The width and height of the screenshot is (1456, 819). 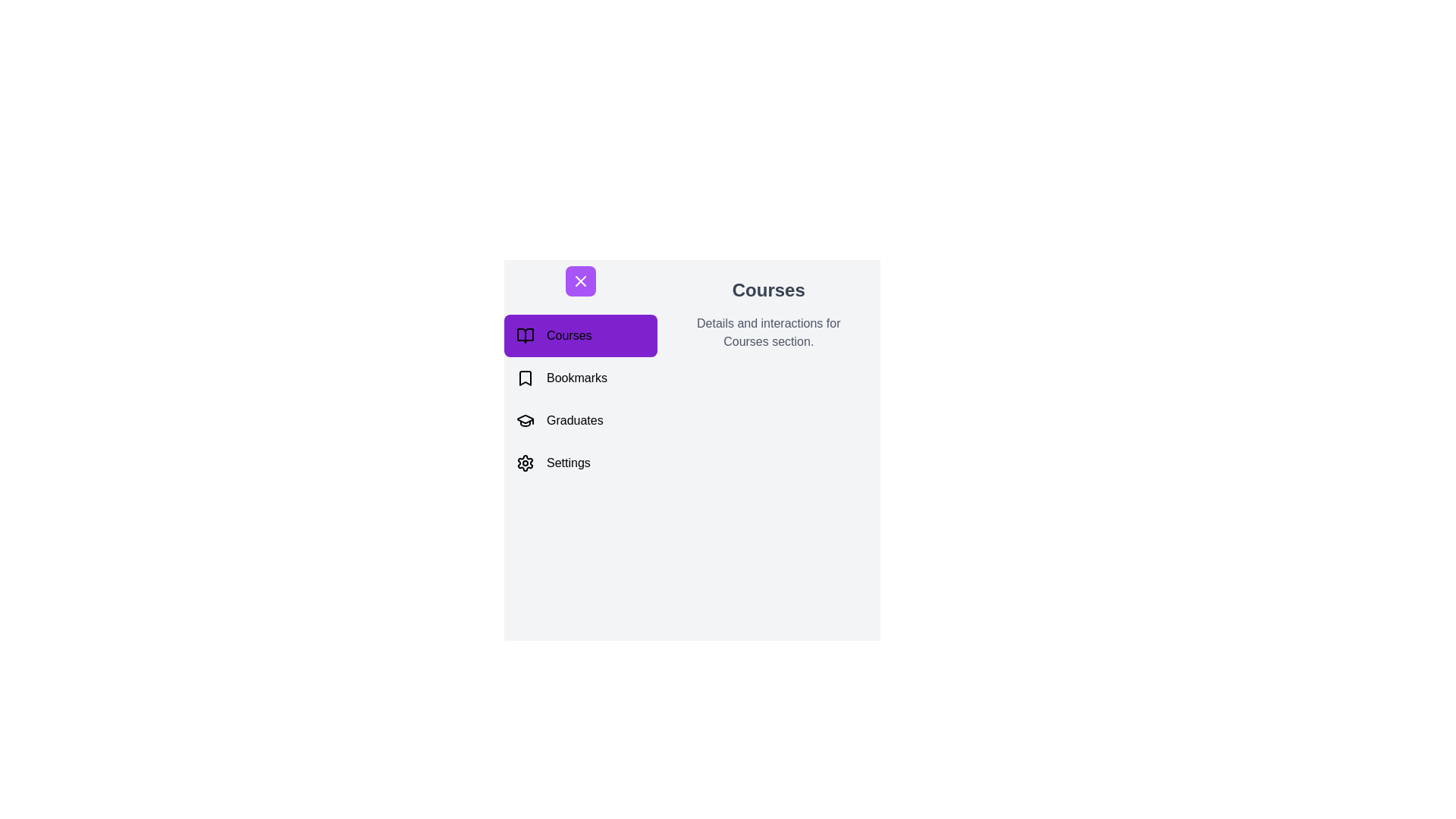 I want to click on the navigation item Courses to preview its action, so click(x=579, y=335).